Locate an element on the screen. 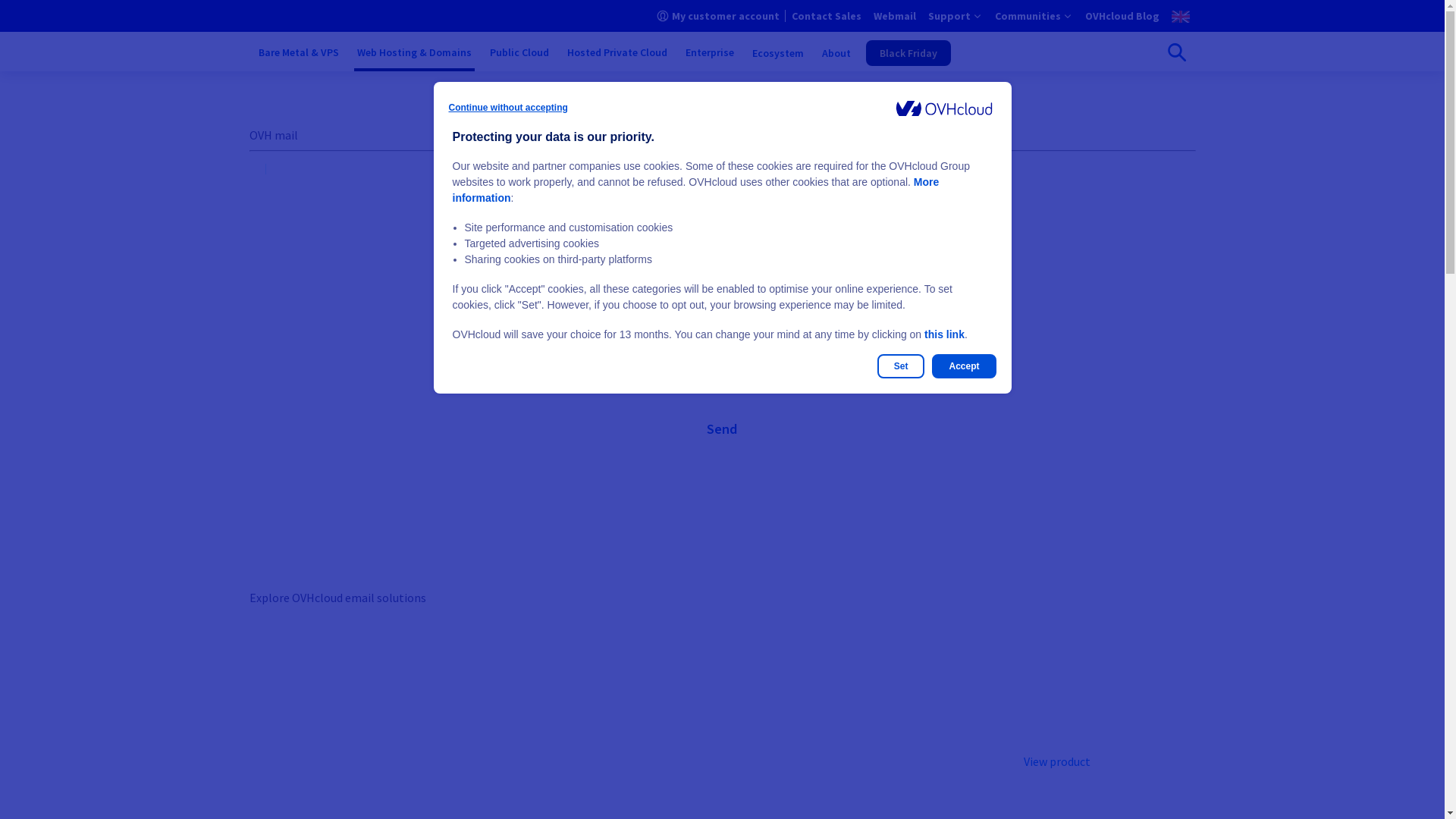 The width and height of the screenshot is (1456, 819). 'Contact Sales' is located at coordinates (825, 15).